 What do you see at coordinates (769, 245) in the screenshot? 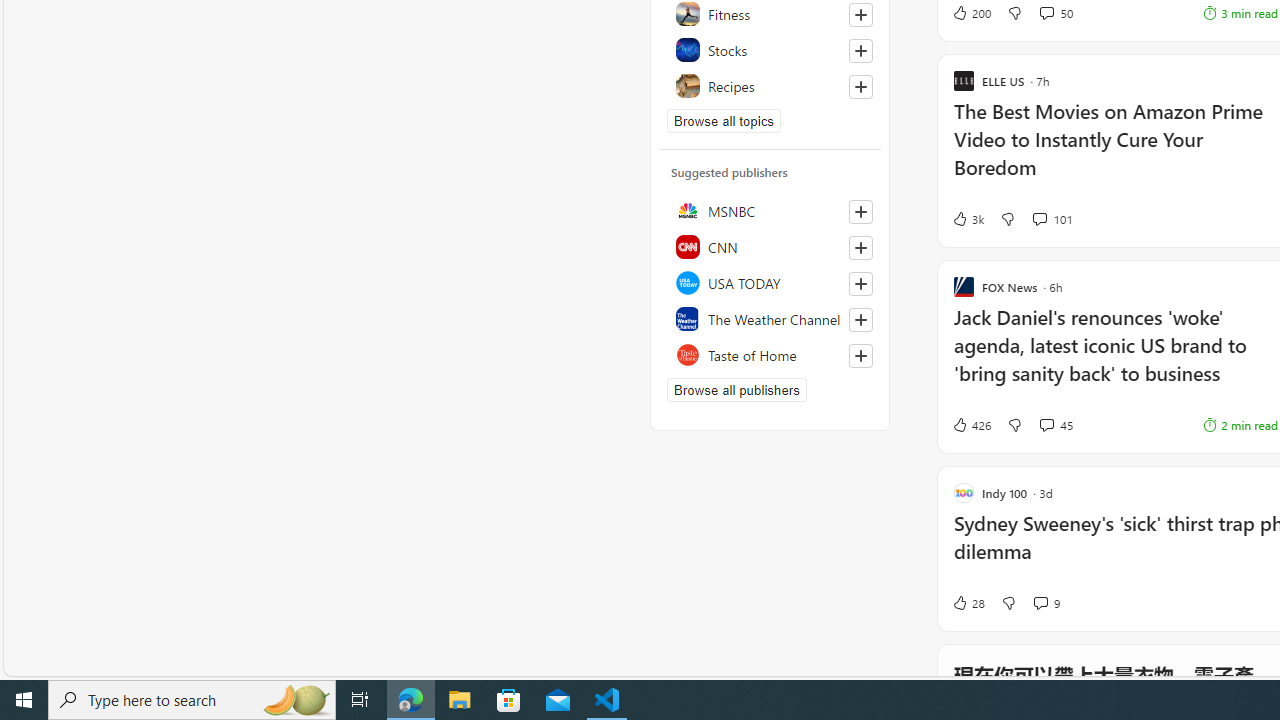
I see `'CNN'` at bounding box center [769, 245].